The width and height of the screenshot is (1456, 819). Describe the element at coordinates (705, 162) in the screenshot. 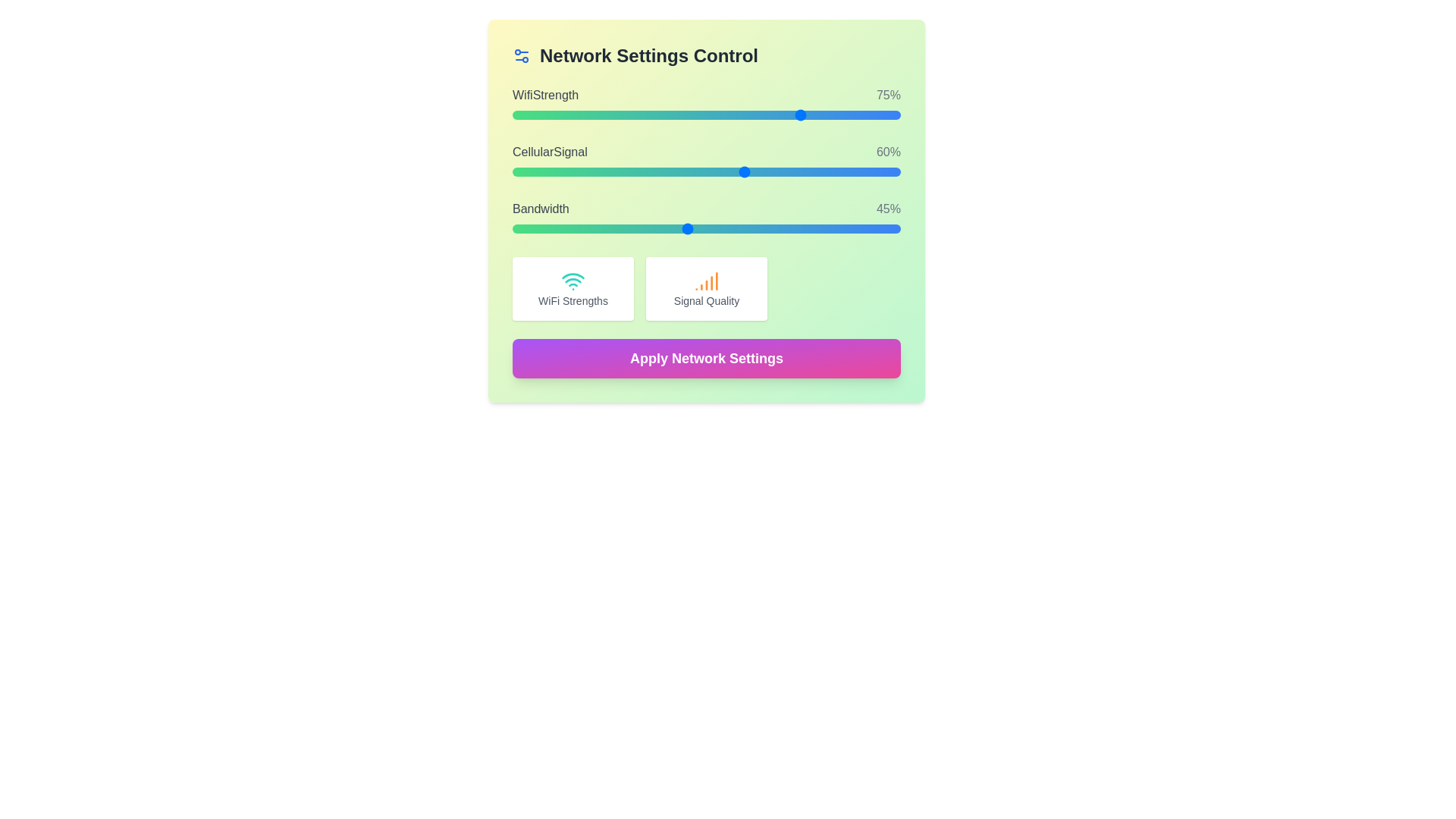

I see `the labels or percentages in the Interactive panel with sliders and indicators for WiFi Strength, Cellular Signal, and Bandwidth` at that location.